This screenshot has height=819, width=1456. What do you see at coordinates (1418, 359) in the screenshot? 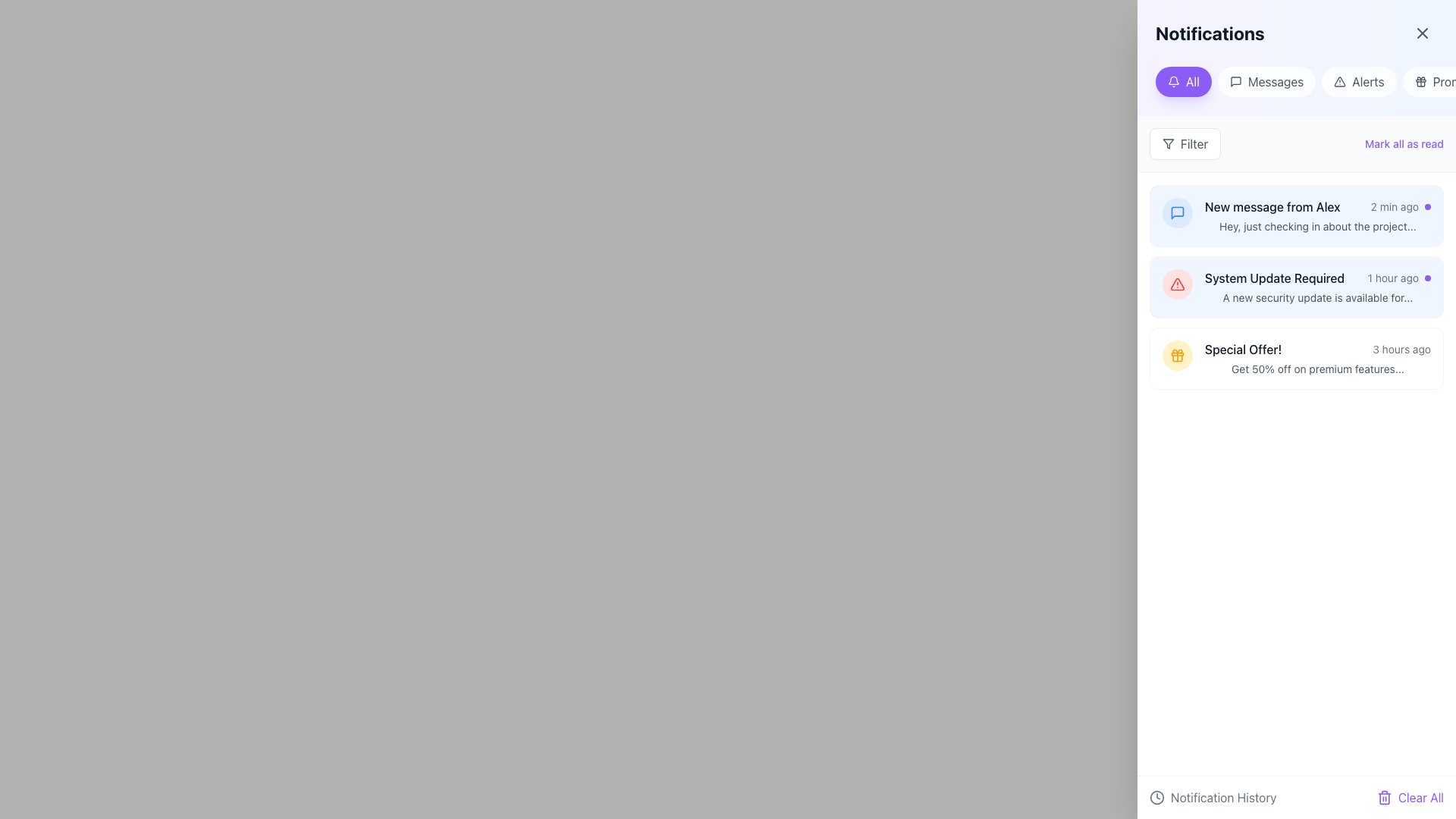
I see `the Ellipsis menu button located in the rightmost section of the third notification card in the 'Notifications' panel` at bounding box center [1418, 359].